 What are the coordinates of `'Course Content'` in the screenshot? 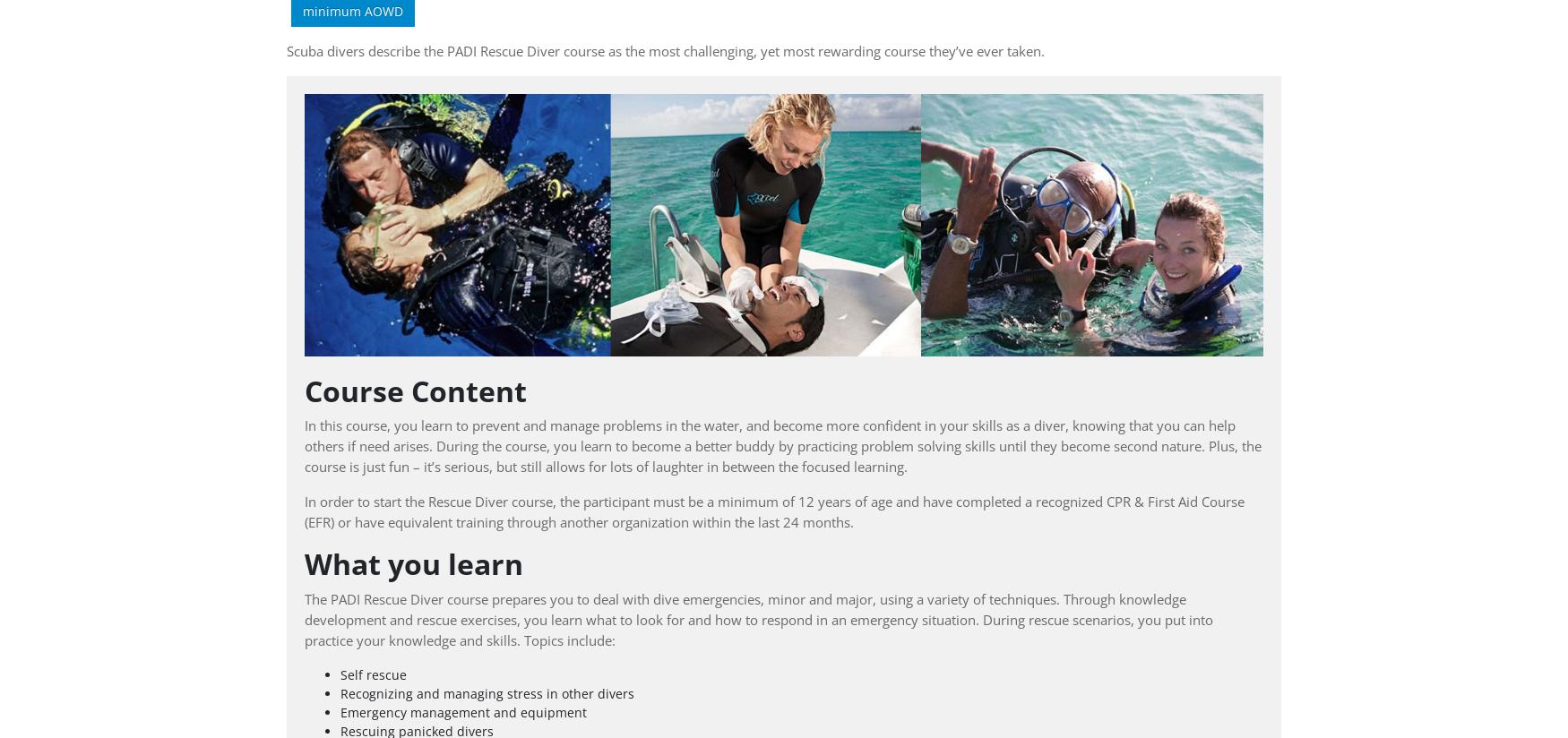 It's located at (415, 389).